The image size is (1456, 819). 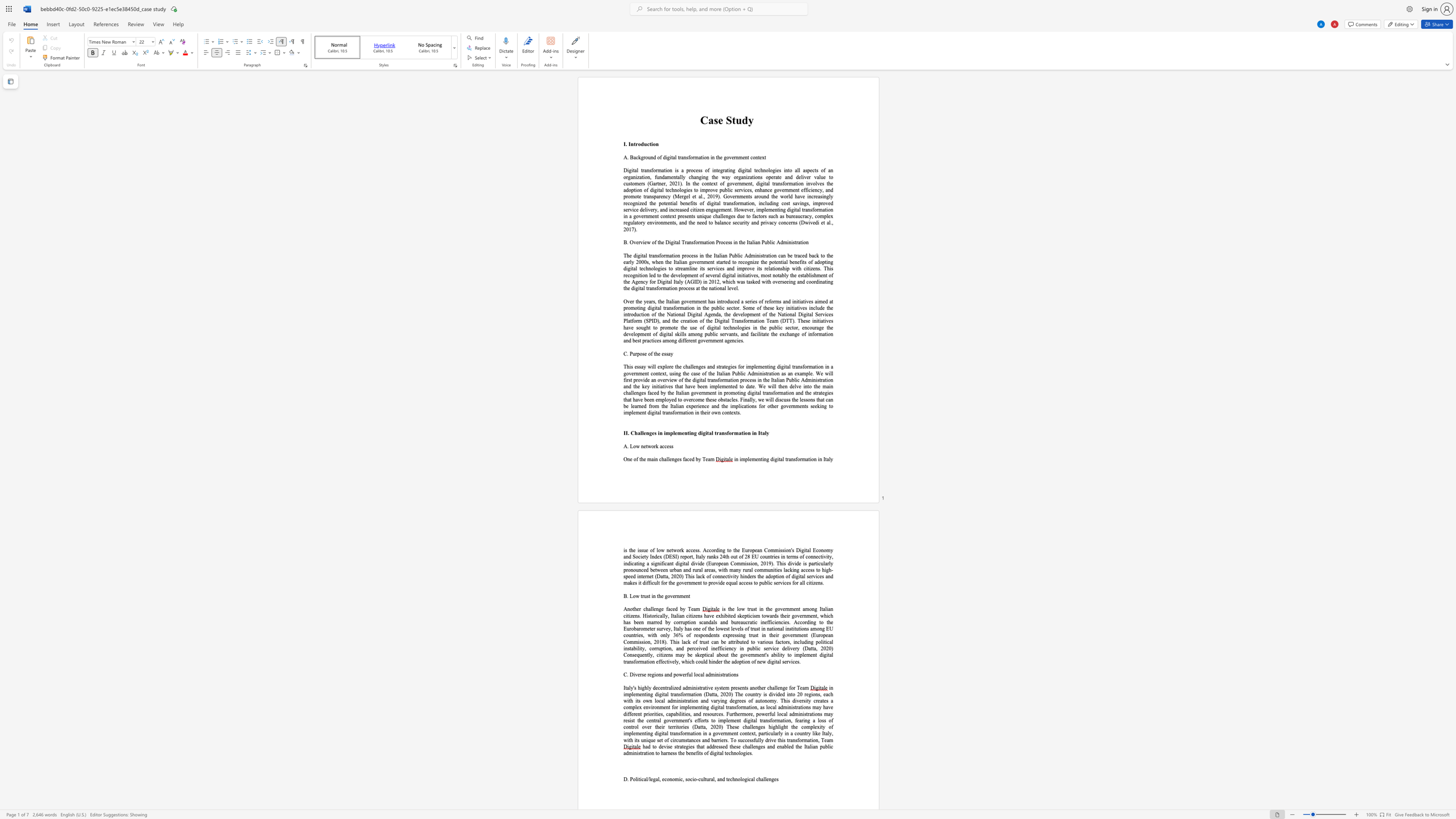 I want to click on the subset text "iscuss the lessons that can be le" within the text "overcome these obstacles. Finally, we will discuss the lessons that can be learned from the Italian experience and the implications for other governments", so click(x=777, y=400).